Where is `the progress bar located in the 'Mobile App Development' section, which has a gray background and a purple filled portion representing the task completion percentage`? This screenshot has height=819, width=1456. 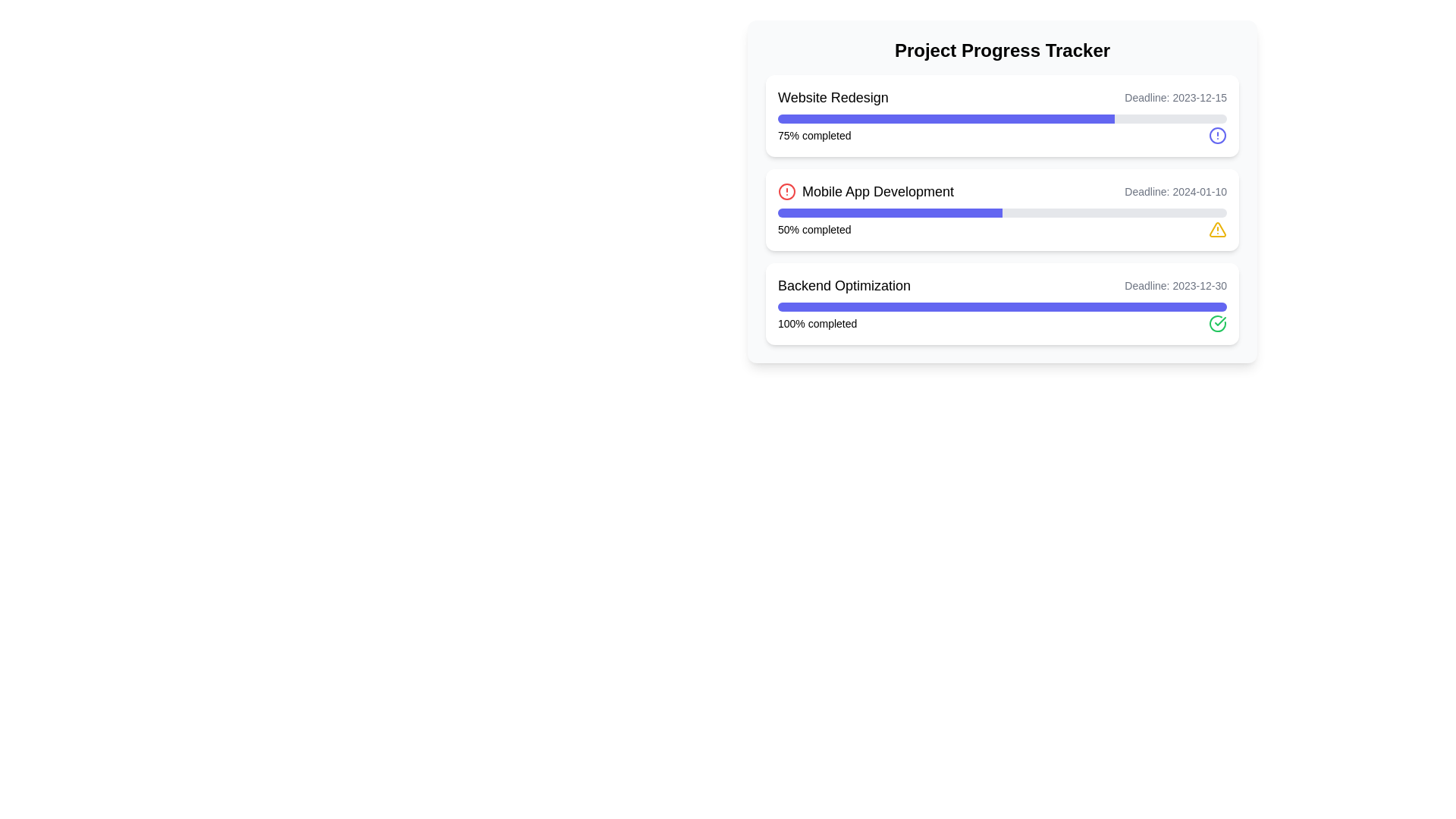
the progress bar located in the 'Mobile App Development' section, which has a gray background and a purple filled portion representing the task completion percentage is located at coordinates (1002, 213).